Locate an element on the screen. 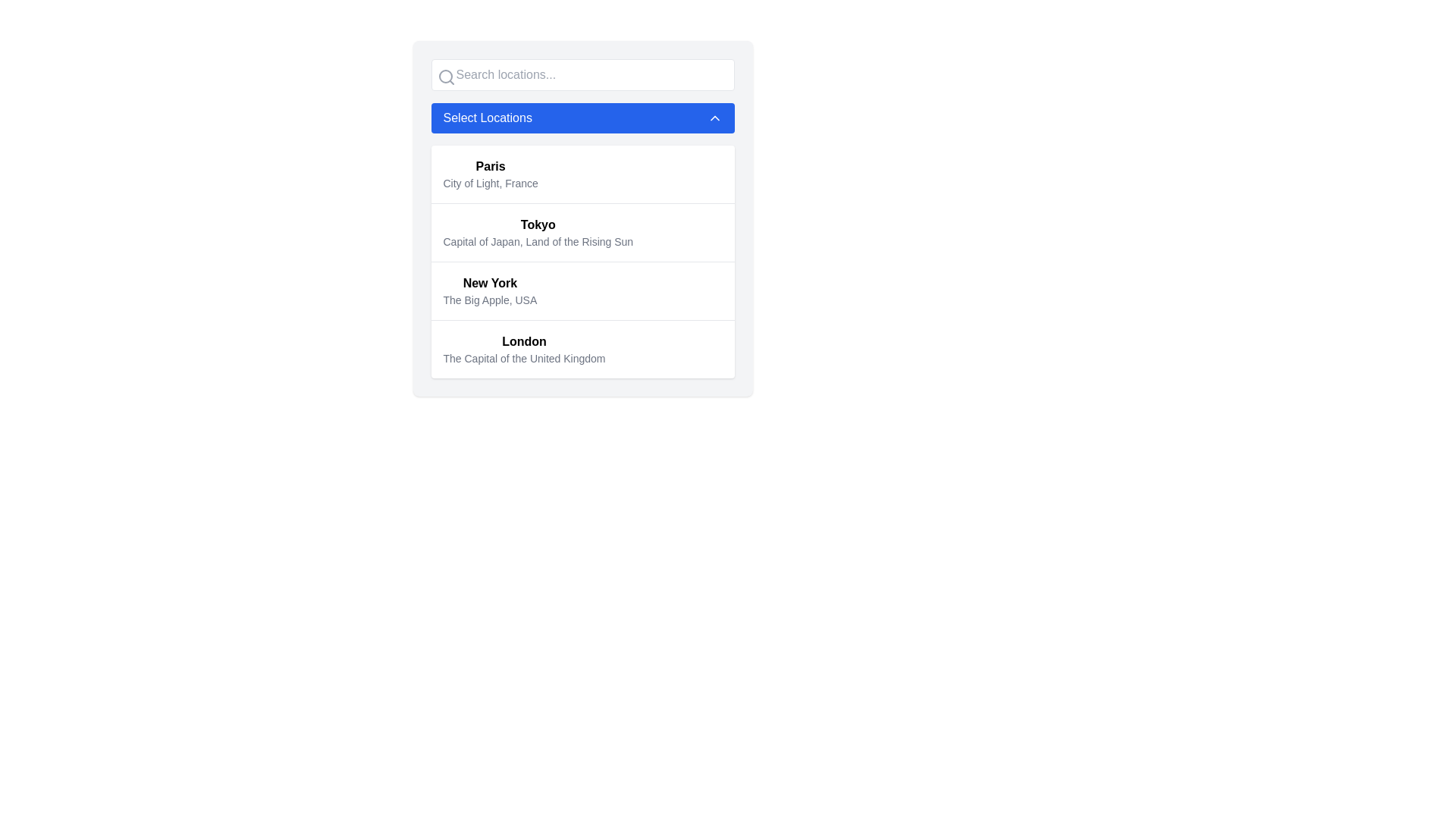 The width and height of the screenshot is (1456, 819). the Text Label displaying 'Paris' located at the top of the 'Select Locations' section, styled prominently in bold font is located at coordinates (491, 166).